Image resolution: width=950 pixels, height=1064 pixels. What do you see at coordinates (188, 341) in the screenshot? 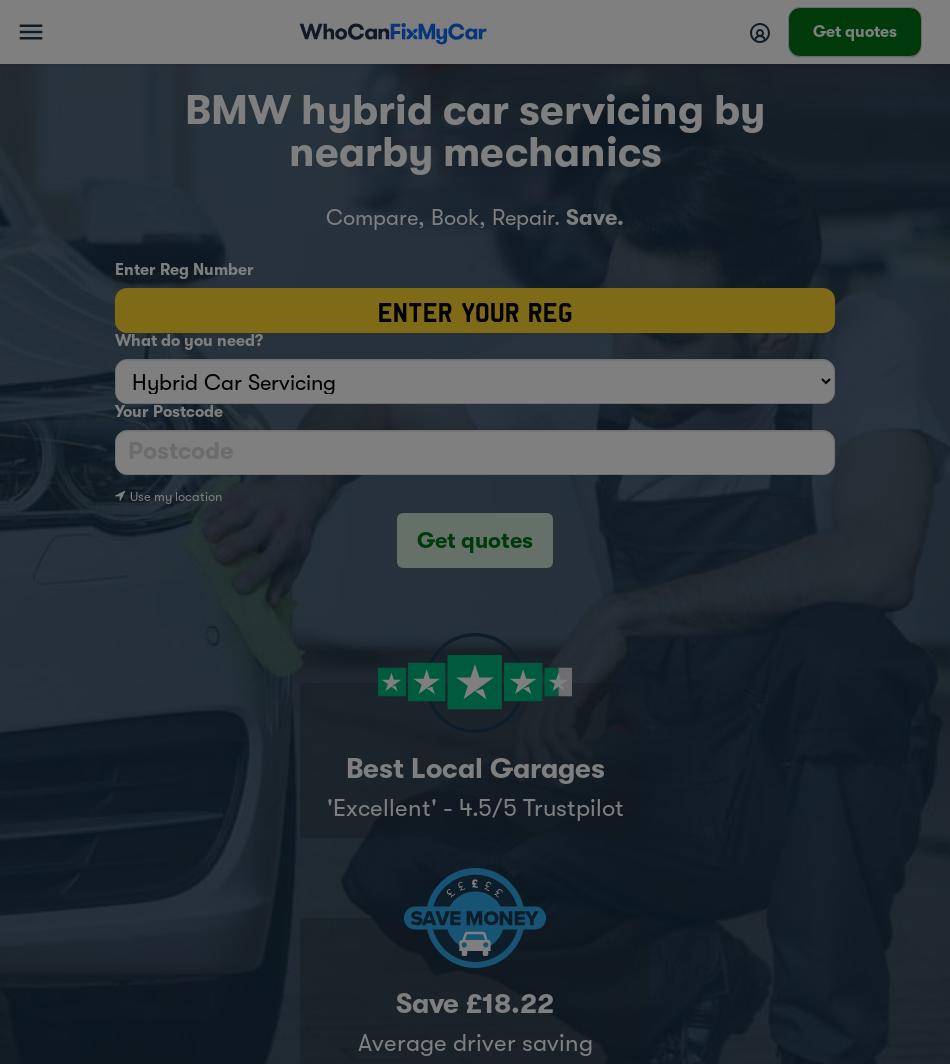
I see `'What do you need?'` at bounding box center [188, 341].